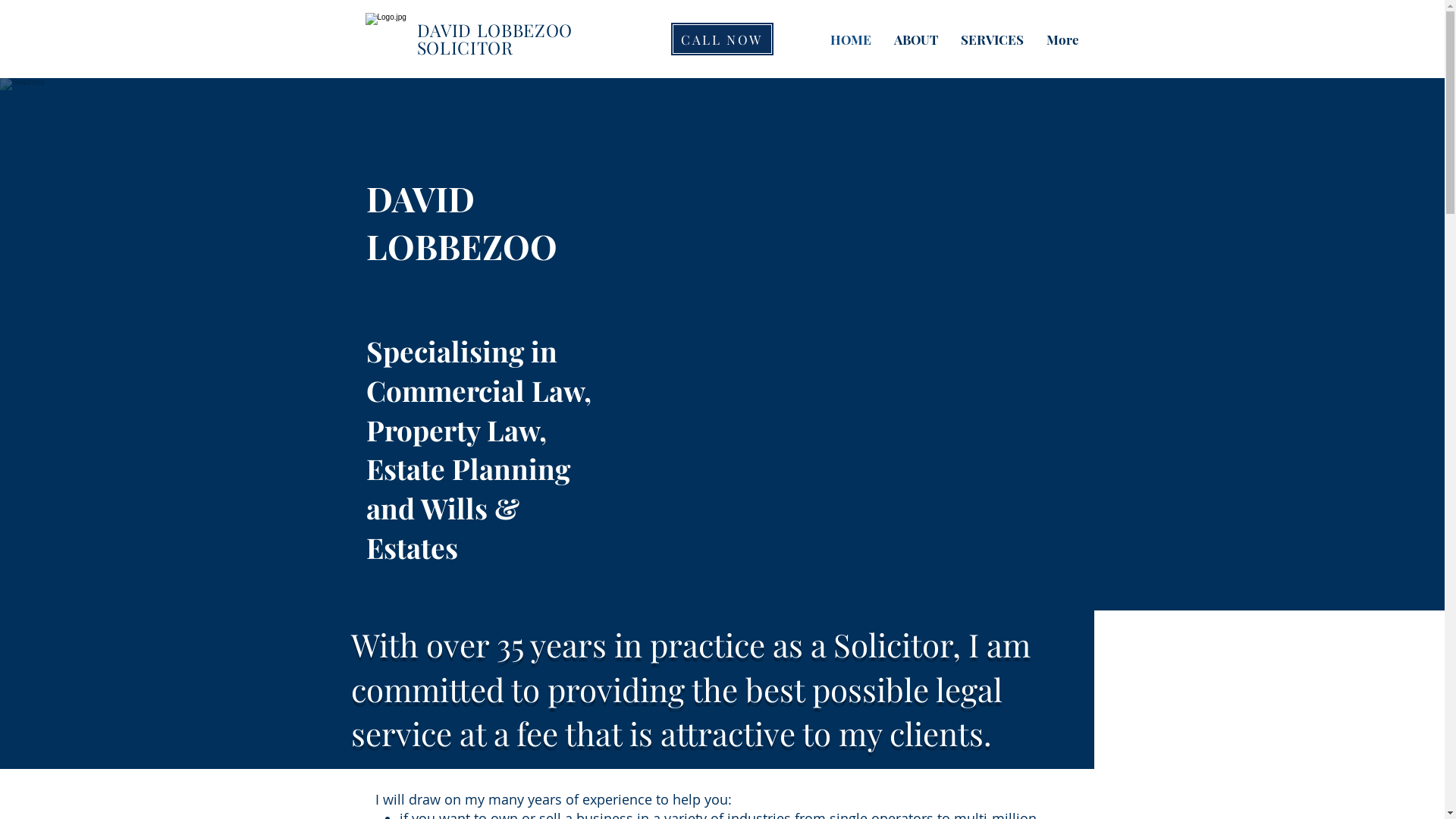 The image size is (1456, 819). What do you see at coordinates (851, 38) in the screenshot?
I see `'HOME'` at bounding box center [851, 38].